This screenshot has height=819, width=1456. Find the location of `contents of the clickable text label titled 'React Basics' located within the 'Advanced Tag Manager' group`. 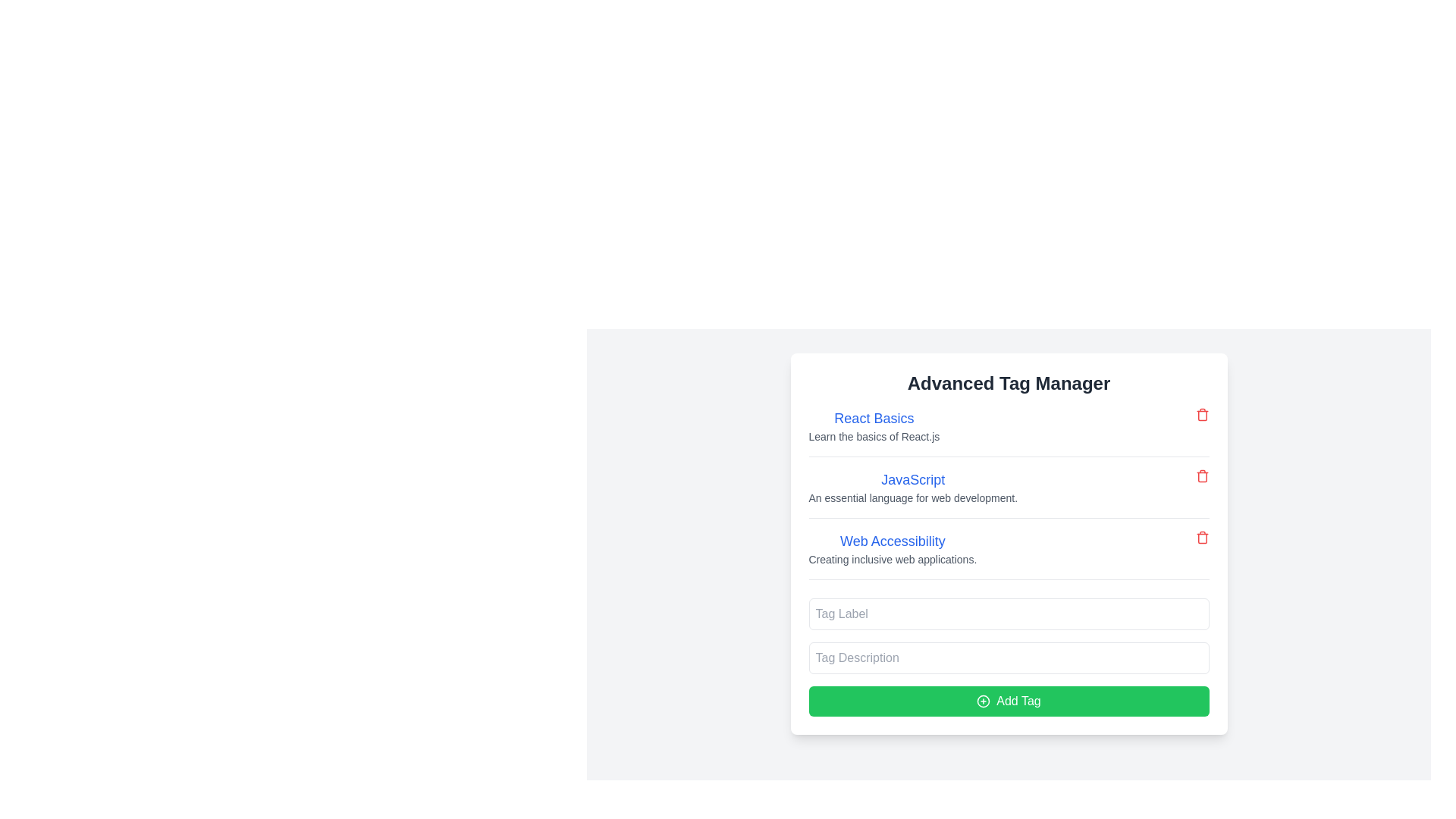

contents of the clickable text label titled 'React Basics' located within the 'Advanced Tag Manager' group is located at coordinates (874, 418).